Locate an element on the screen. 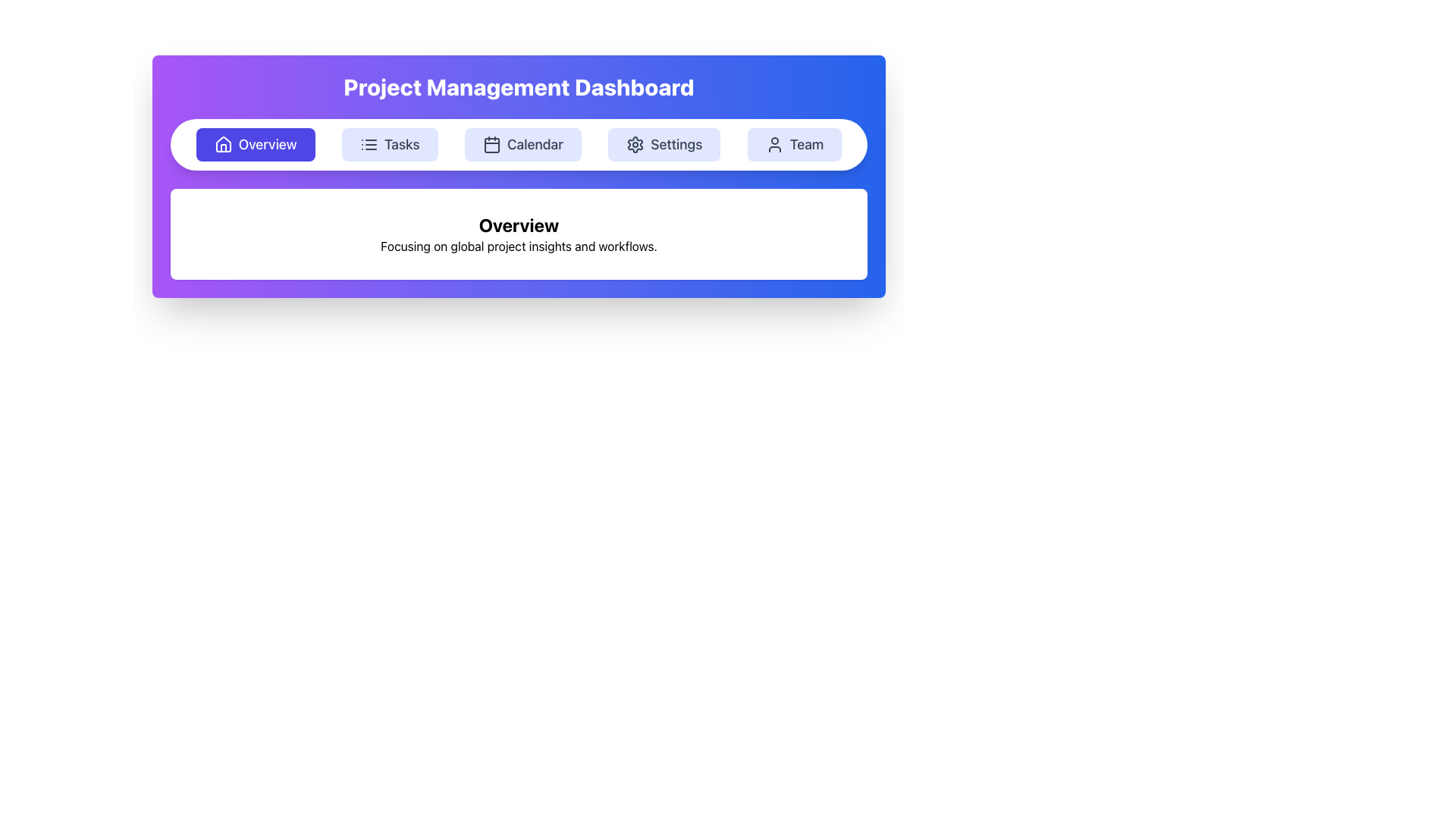  displayed text in the Text block with title and description located below the 'Project Management Dashboard' navigation bar is located at coordinates (519, 234).